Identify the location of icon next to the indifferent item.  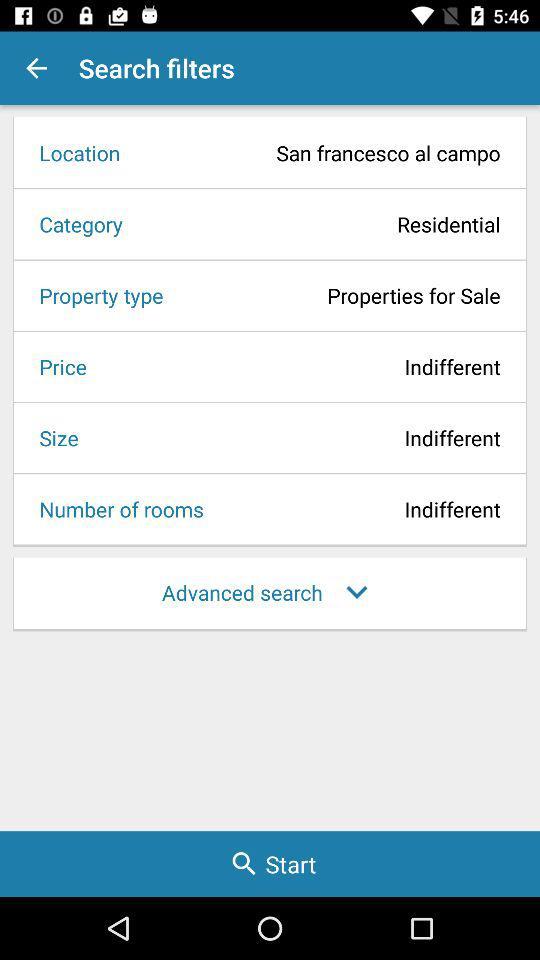
(56, 365).